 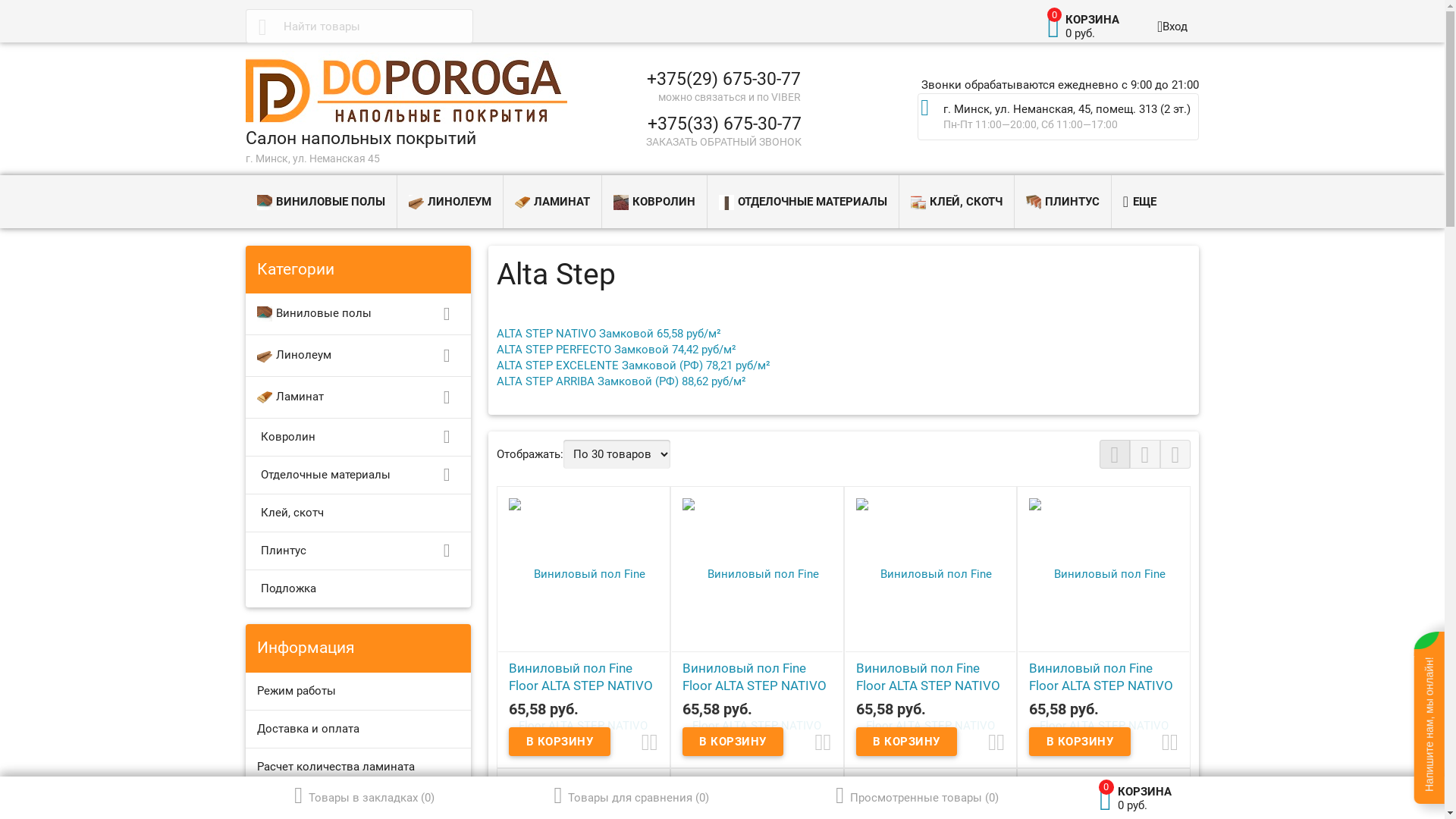 I want to click on '+375(29) 675-30-77', so click(x=645, y=79).